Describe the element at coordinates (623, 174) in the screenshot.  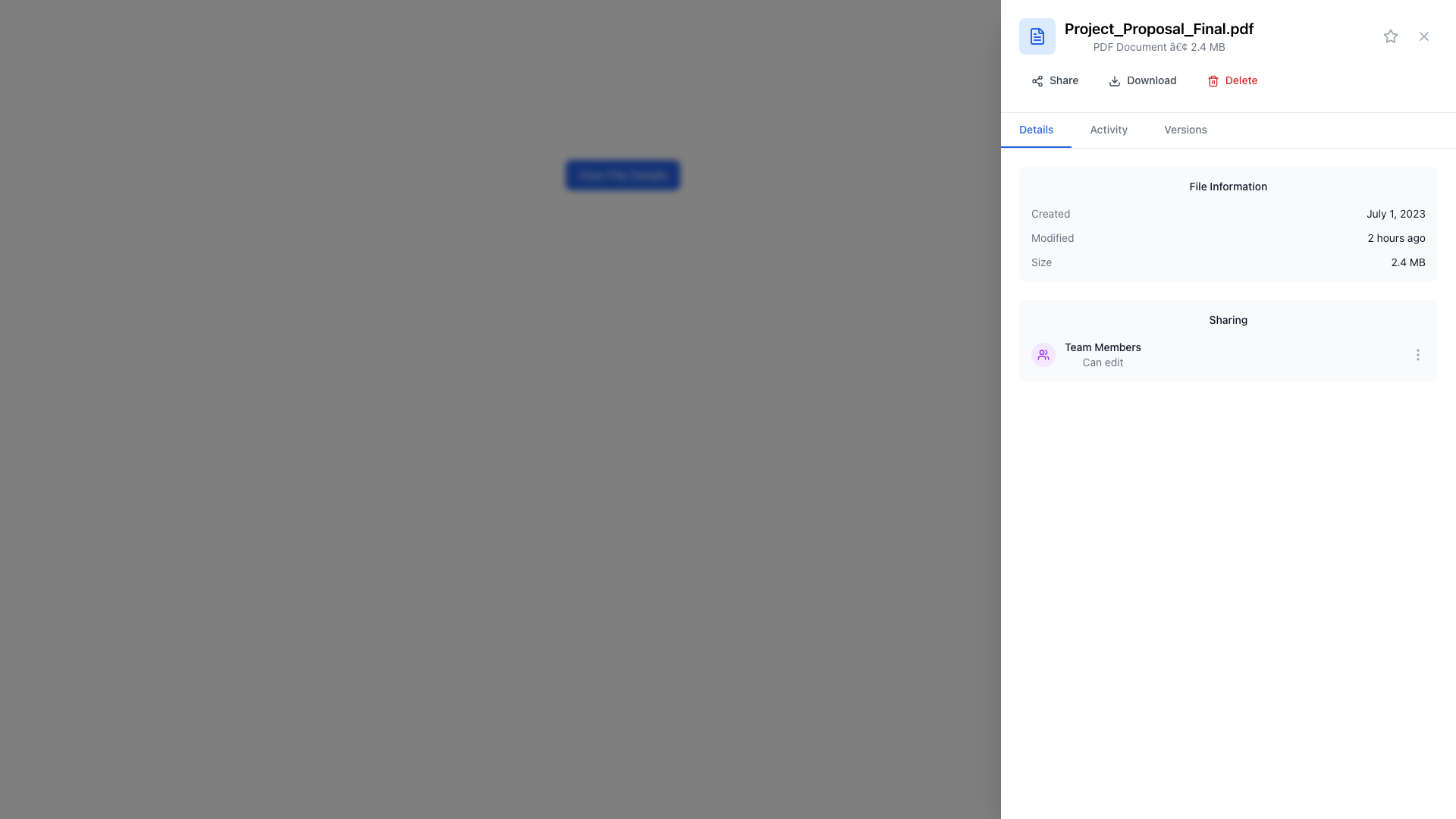
I see `the blue button labeled 'View File Details' located just below the title bar of the document interface` at that location.